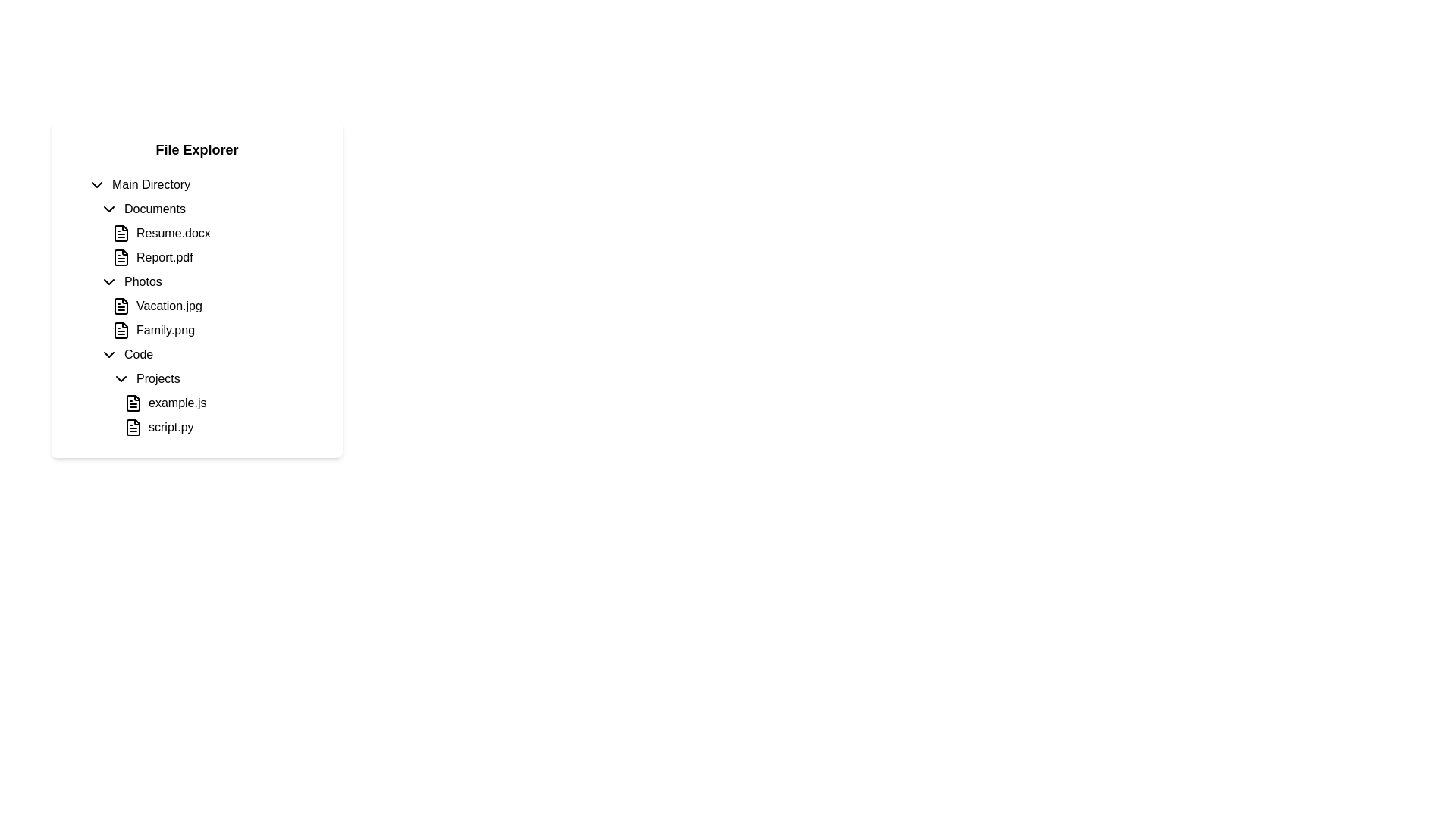 The width and height of the screenshot is (1456, 819). Describe the element at coordinates (165, 329) in the screenshot. I see `on the text label representing the file named 'Family.png'` at that location.